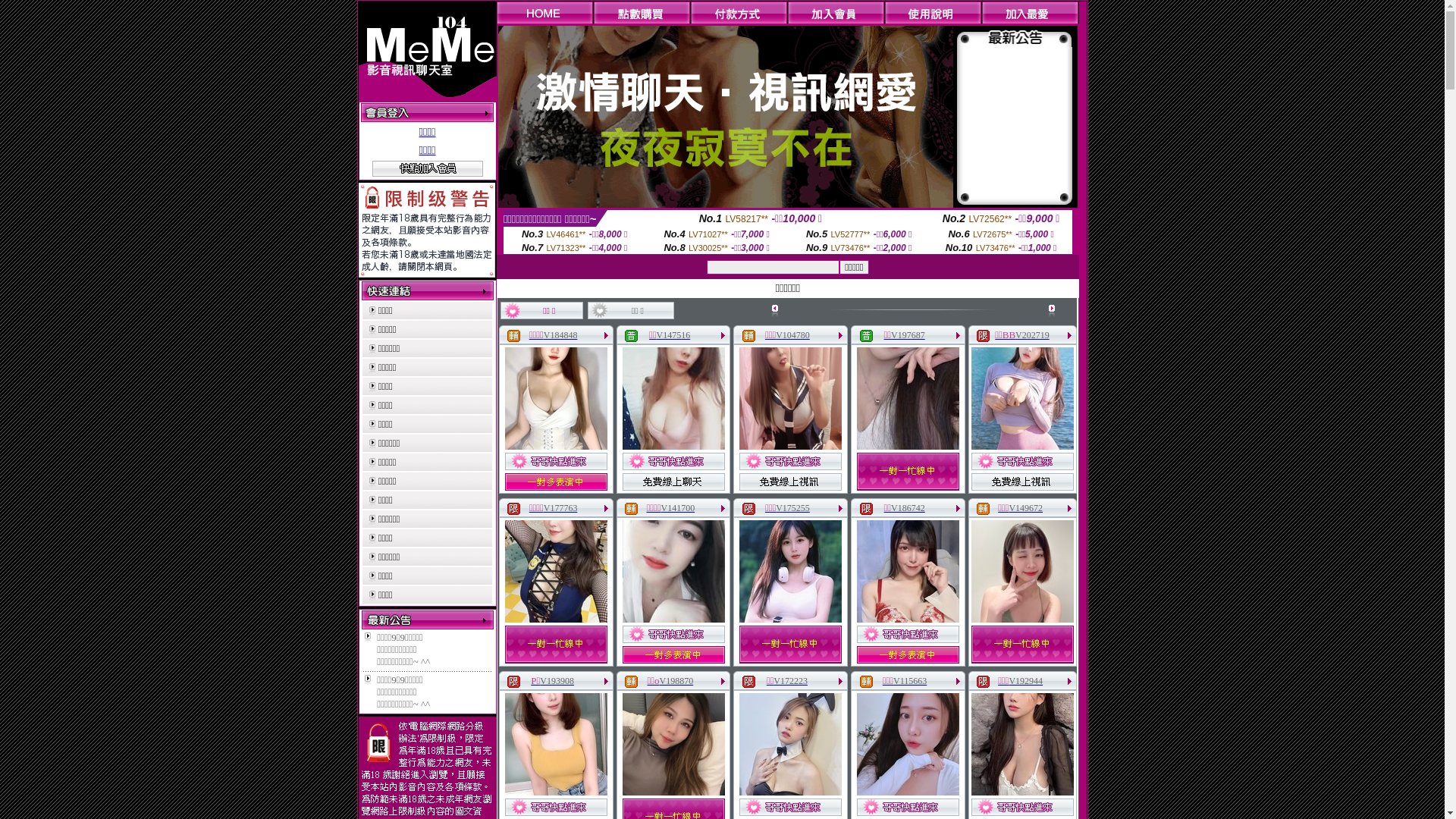 This screenshot has width=1456, height=819. What do you see at coordinates (676, 508) in the screenshot?
I see `'V141700'` at bounding box center [676, 508].